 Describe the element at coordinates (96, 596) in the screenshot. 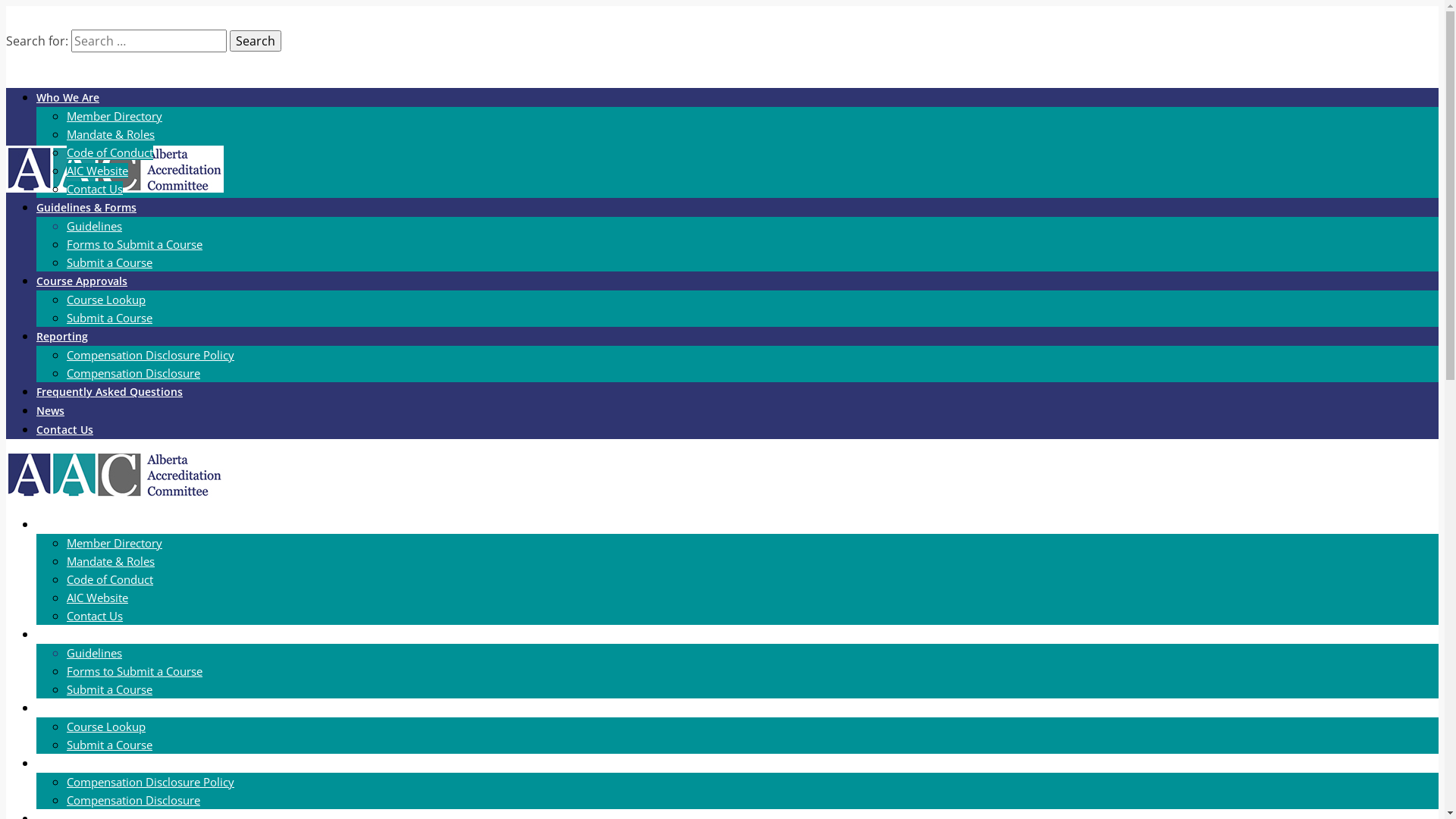

I see `'AIC Website'` at that location.